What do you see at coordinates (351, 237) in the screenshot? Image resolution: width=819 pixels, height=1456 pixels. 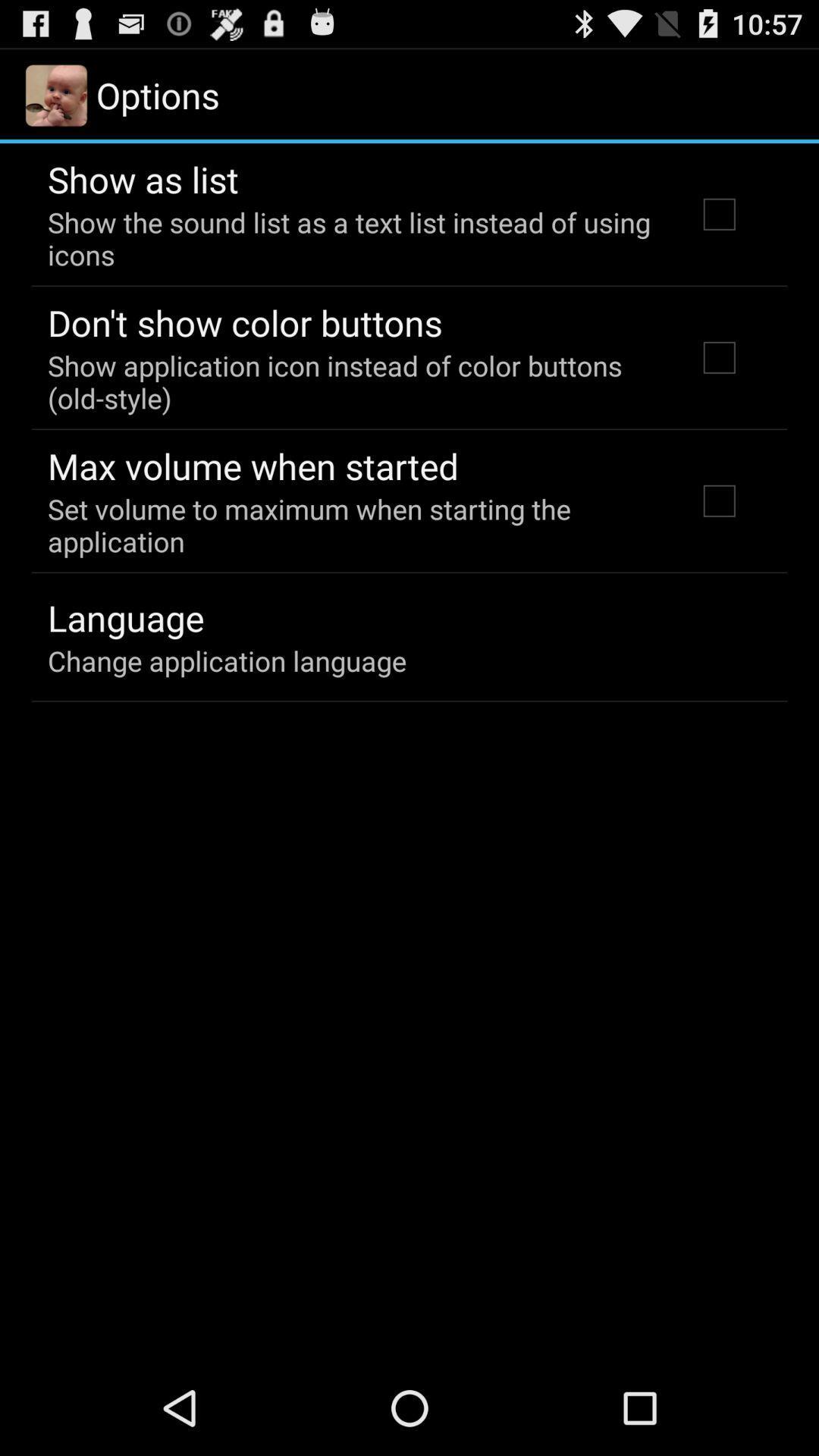 I see `the show the sound` at bounding box center [351, 237].